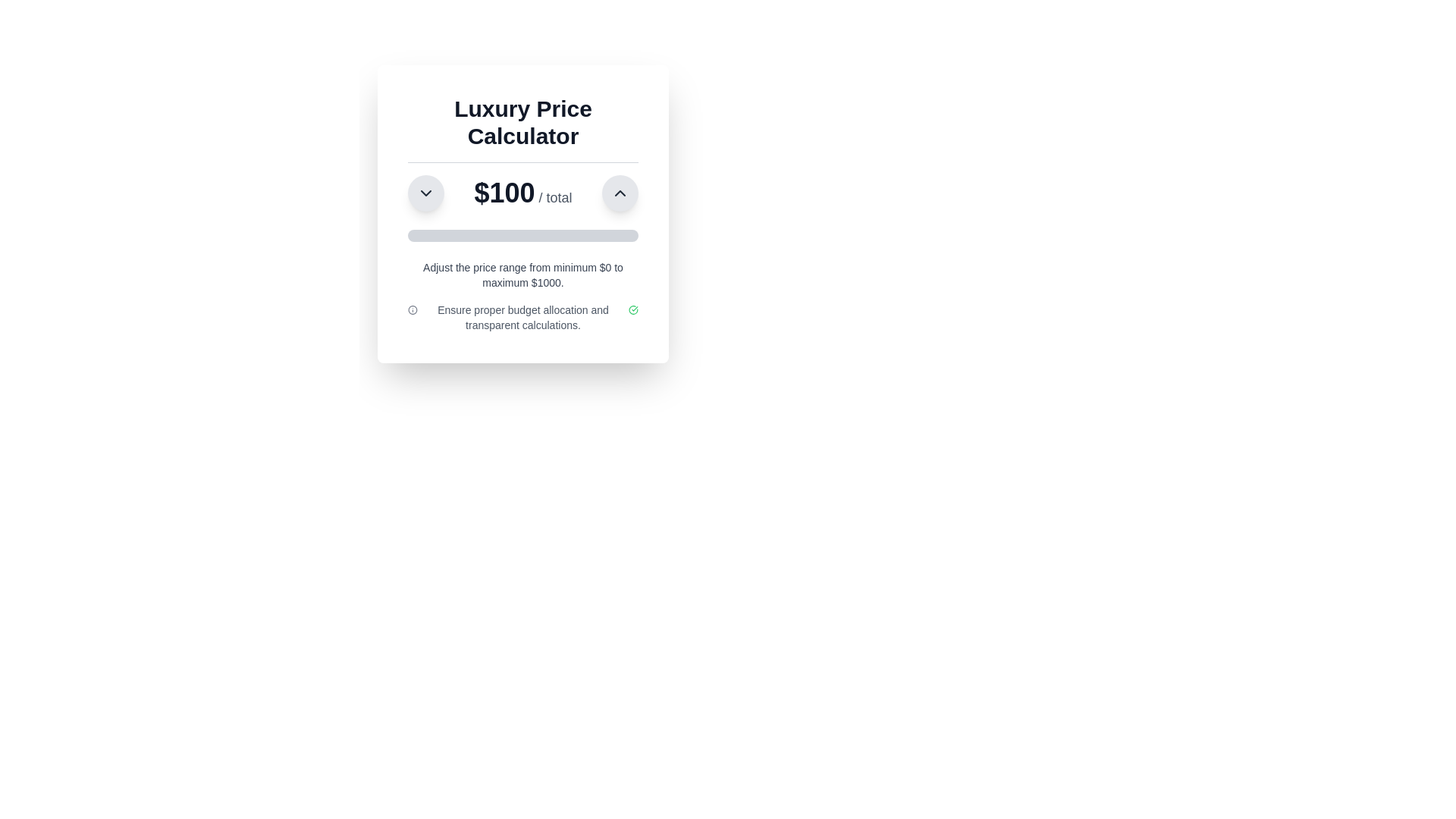 The height and width of the screenshot is (819, 1456). I want to click on the small circular button with a gray background and an upward-pointing chevron icon to trigger a value change, so click(620, 192).